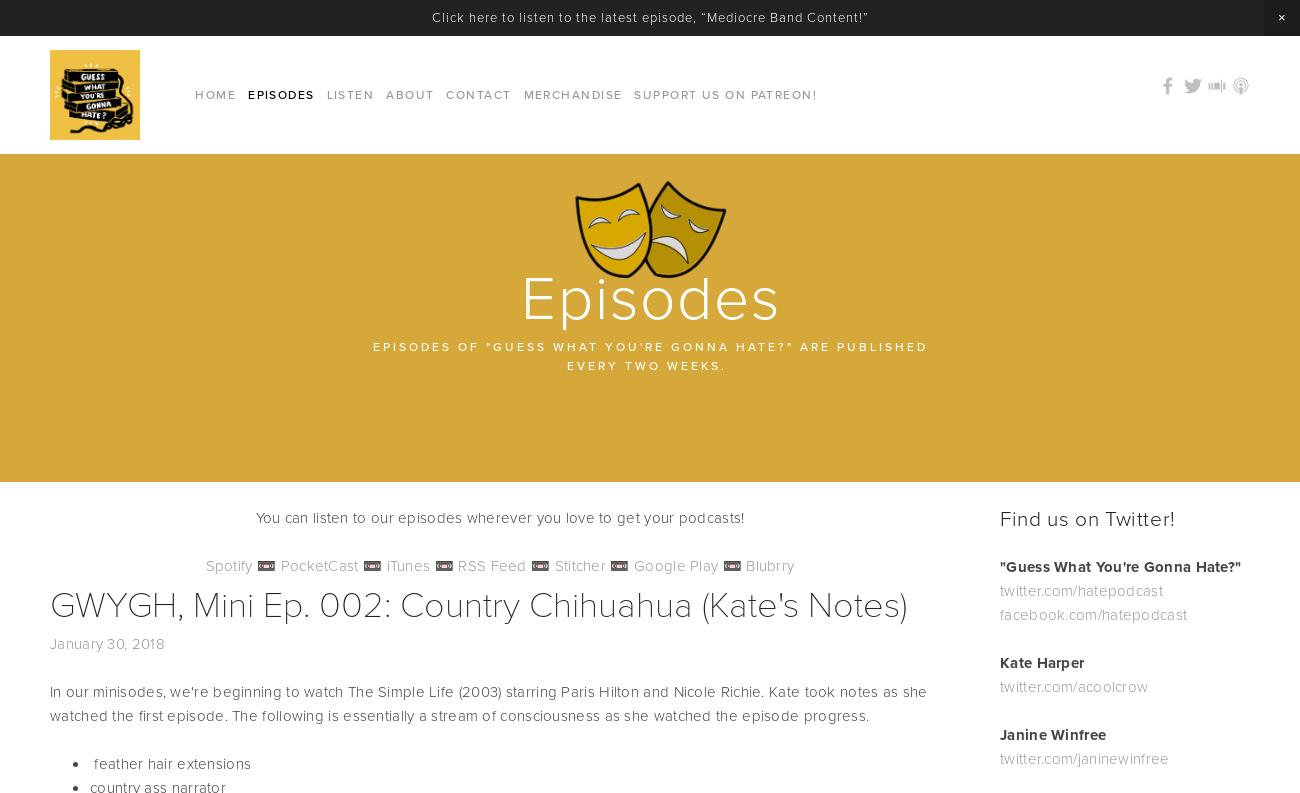  What do you see at coordinates (768, 564) in the screenshot?
I see `'Blubrry'` at bounding box center [768, 564].